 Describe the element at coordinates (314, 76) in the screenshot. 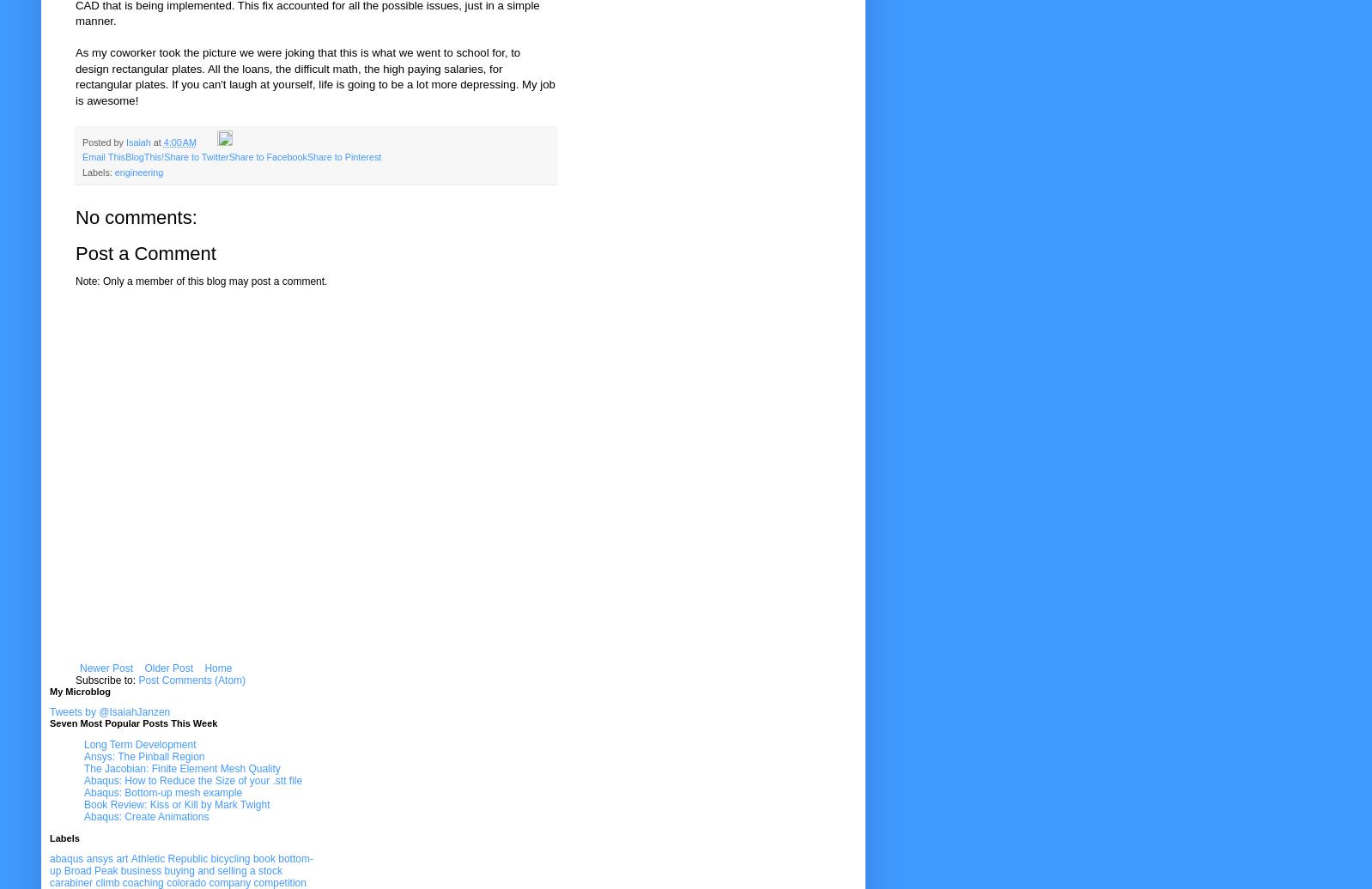

I see `'As my coworker took the picture we were joking that this is what we went to school for, to design rectangular plates. All the loans, the difficult math, the high paying salaries, for rectangular plates. If you can't laugh at yourself, life is going to be a lot more depressing. My job is awesome!'` at that location.